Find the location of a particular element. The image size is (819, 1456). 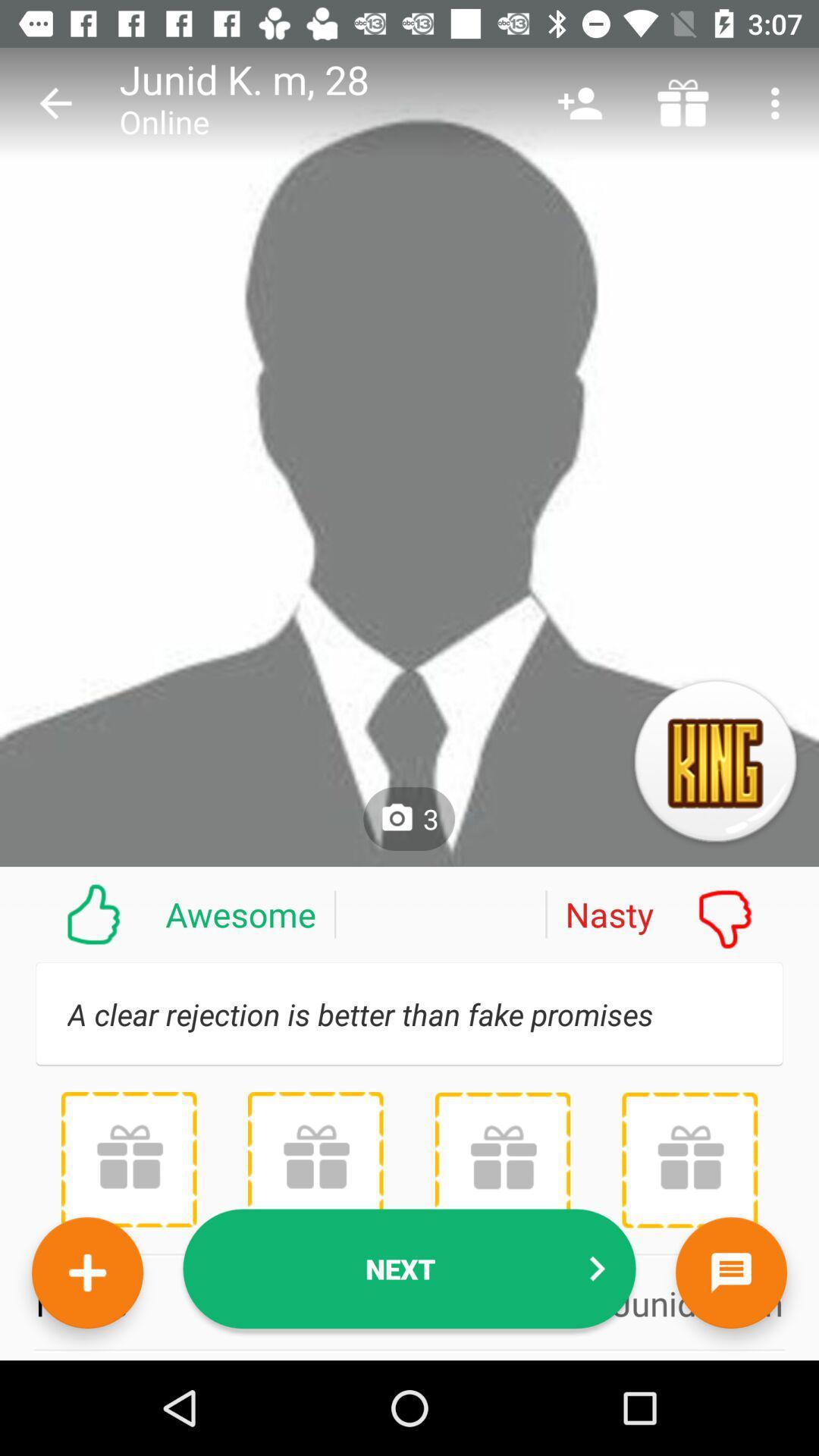

icon to the left of the junid k. icon is located at coordinates (55, 102).